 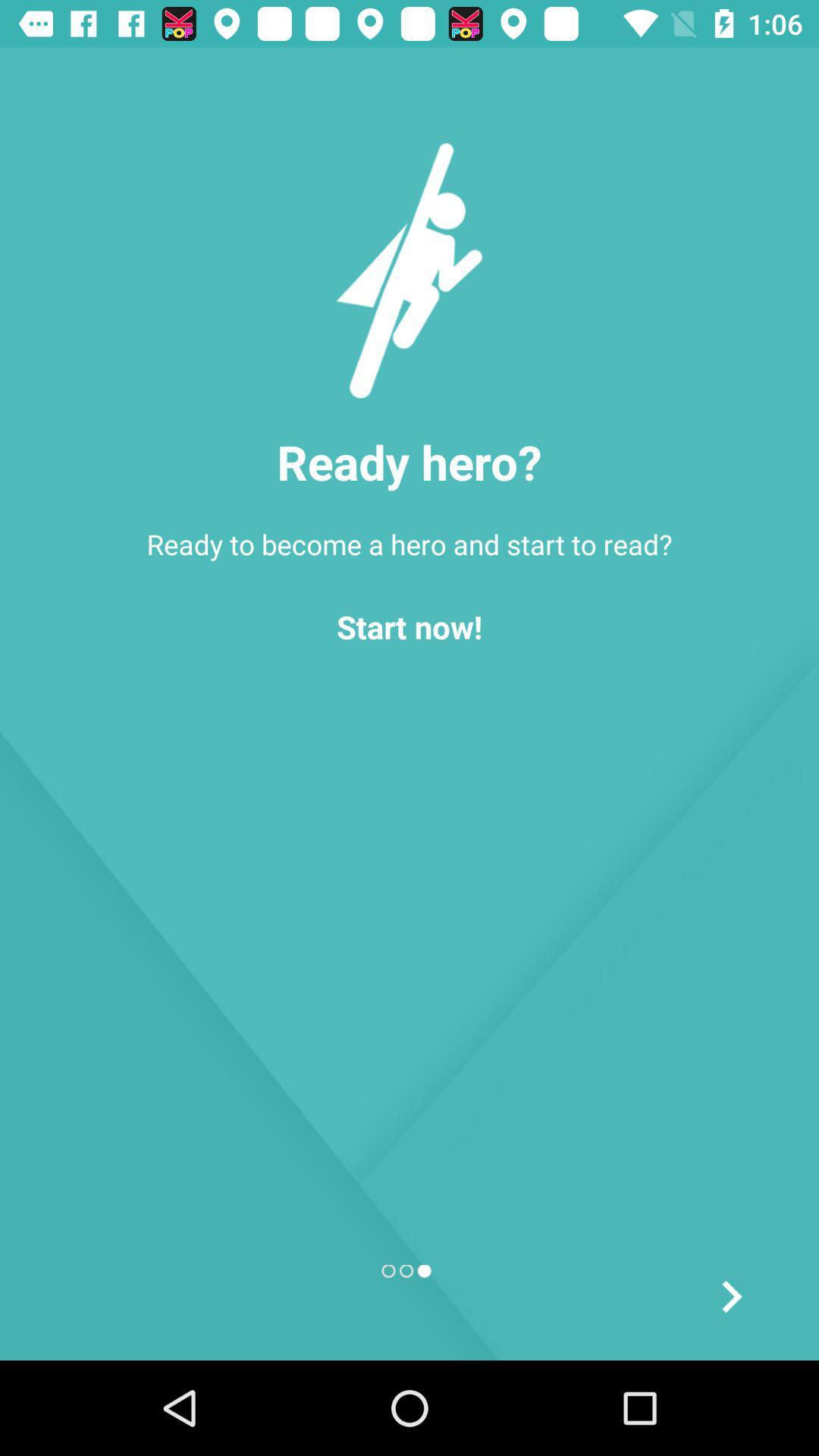 I want to click on the next page, so click(x=730, y=1295).